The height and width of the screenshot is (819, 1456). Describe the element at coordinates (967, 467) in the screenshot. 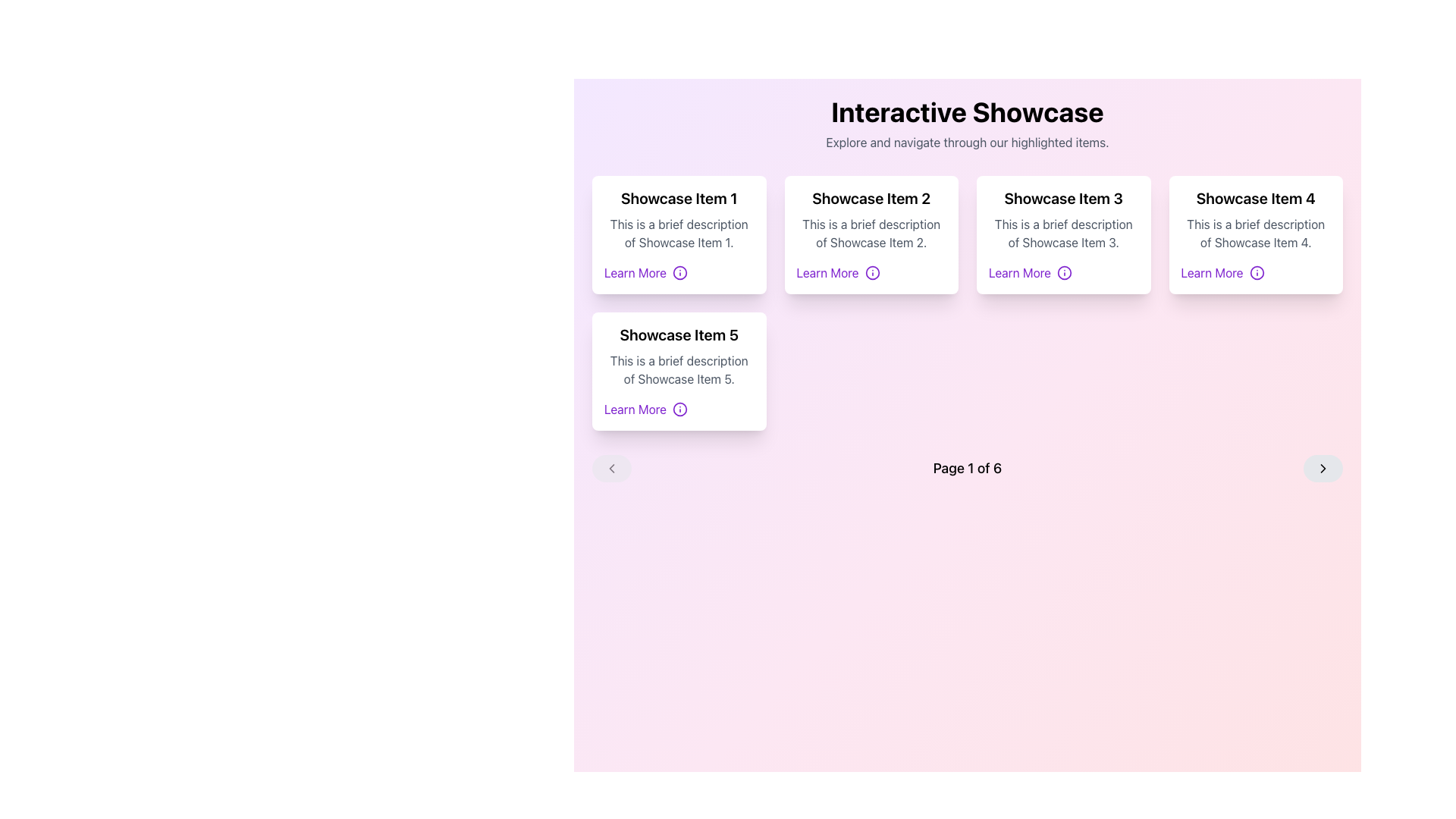

I see `text content displayed in the pagination control located at the bottom center of the interface, which indicates the currently active page in the interactive showcase` at that location.